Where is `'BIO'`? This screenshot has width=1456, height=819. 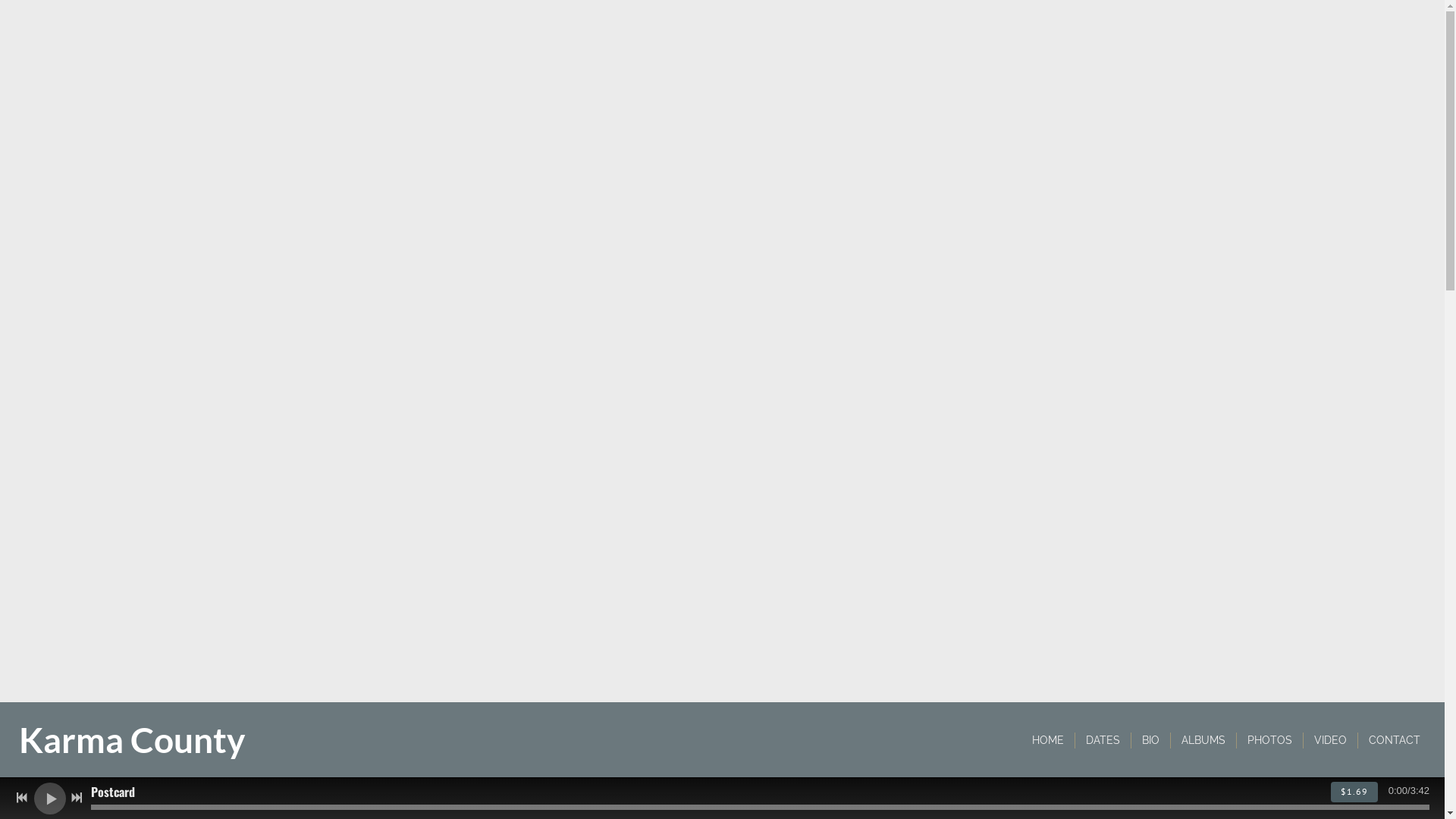 'BIO' is located at coordinates (1150, 739).